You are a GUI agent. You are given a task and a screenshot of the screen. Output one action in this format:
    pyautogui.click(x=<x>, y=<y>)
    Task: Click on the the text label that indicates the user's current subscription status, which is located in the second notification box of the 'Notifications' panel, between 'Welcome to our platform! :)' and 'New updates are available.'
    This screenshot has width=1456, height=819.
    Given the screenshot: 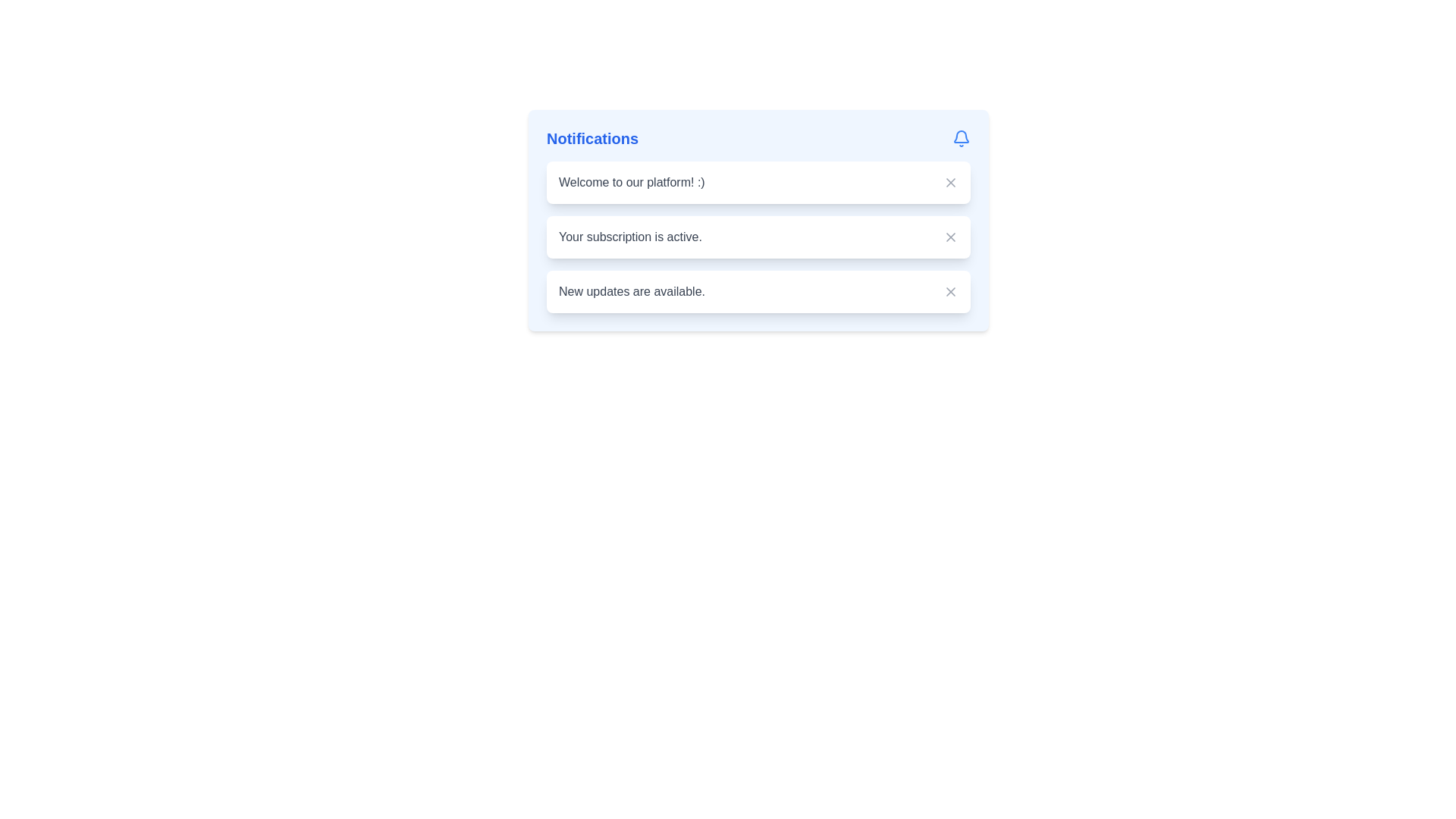 What is the action you would take?
    pyautogui.click(x=630, y=237)
    